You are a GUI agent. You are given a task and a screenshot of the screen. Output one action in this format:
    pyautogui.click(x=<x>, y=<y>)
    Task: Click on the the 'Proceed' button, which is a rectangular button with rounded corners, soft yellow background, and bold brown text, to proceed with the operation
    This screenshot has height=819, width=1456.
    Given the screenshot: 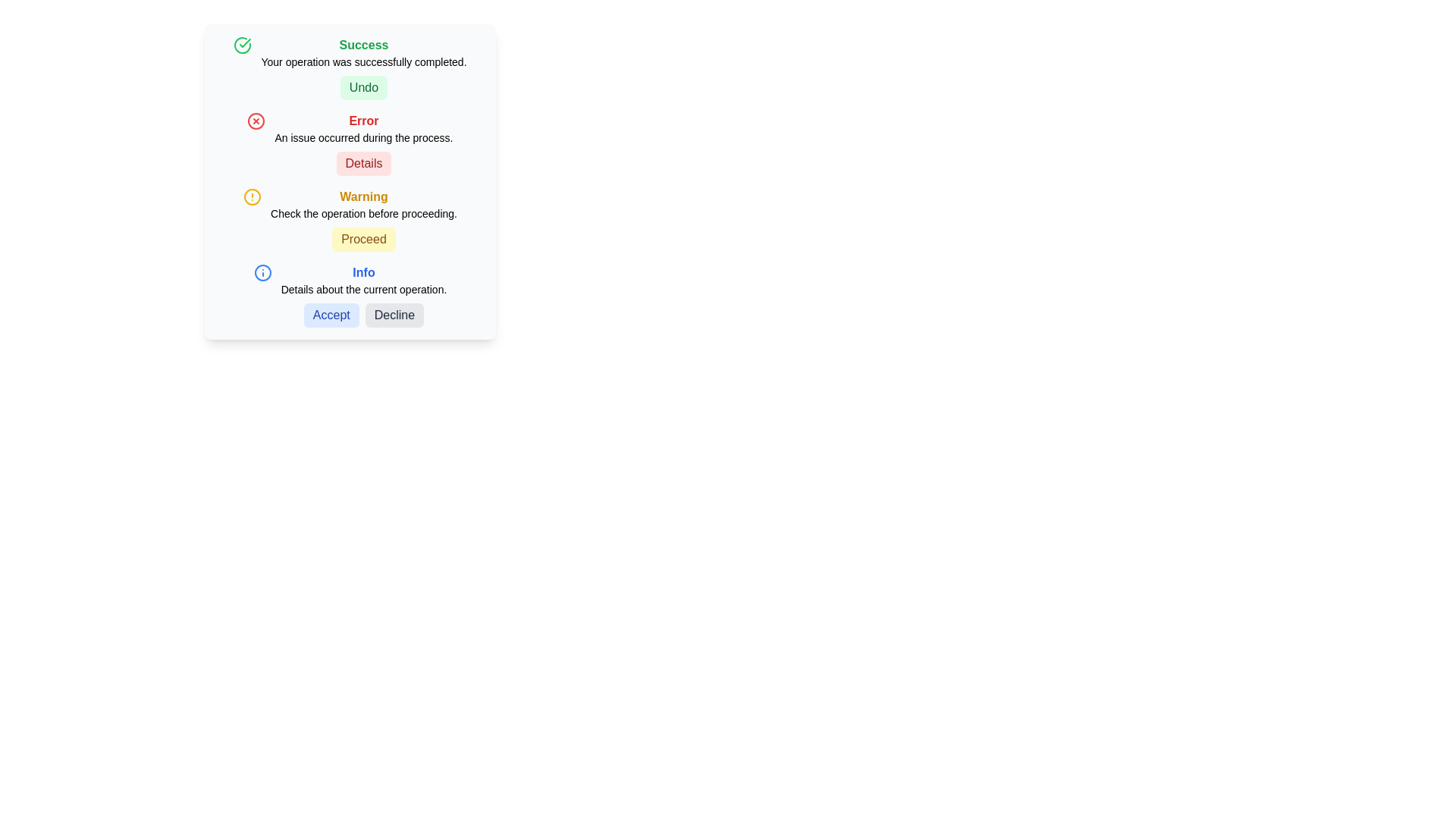 What is the action you would take?
    pyautogui.click(x=364, y=239)
    